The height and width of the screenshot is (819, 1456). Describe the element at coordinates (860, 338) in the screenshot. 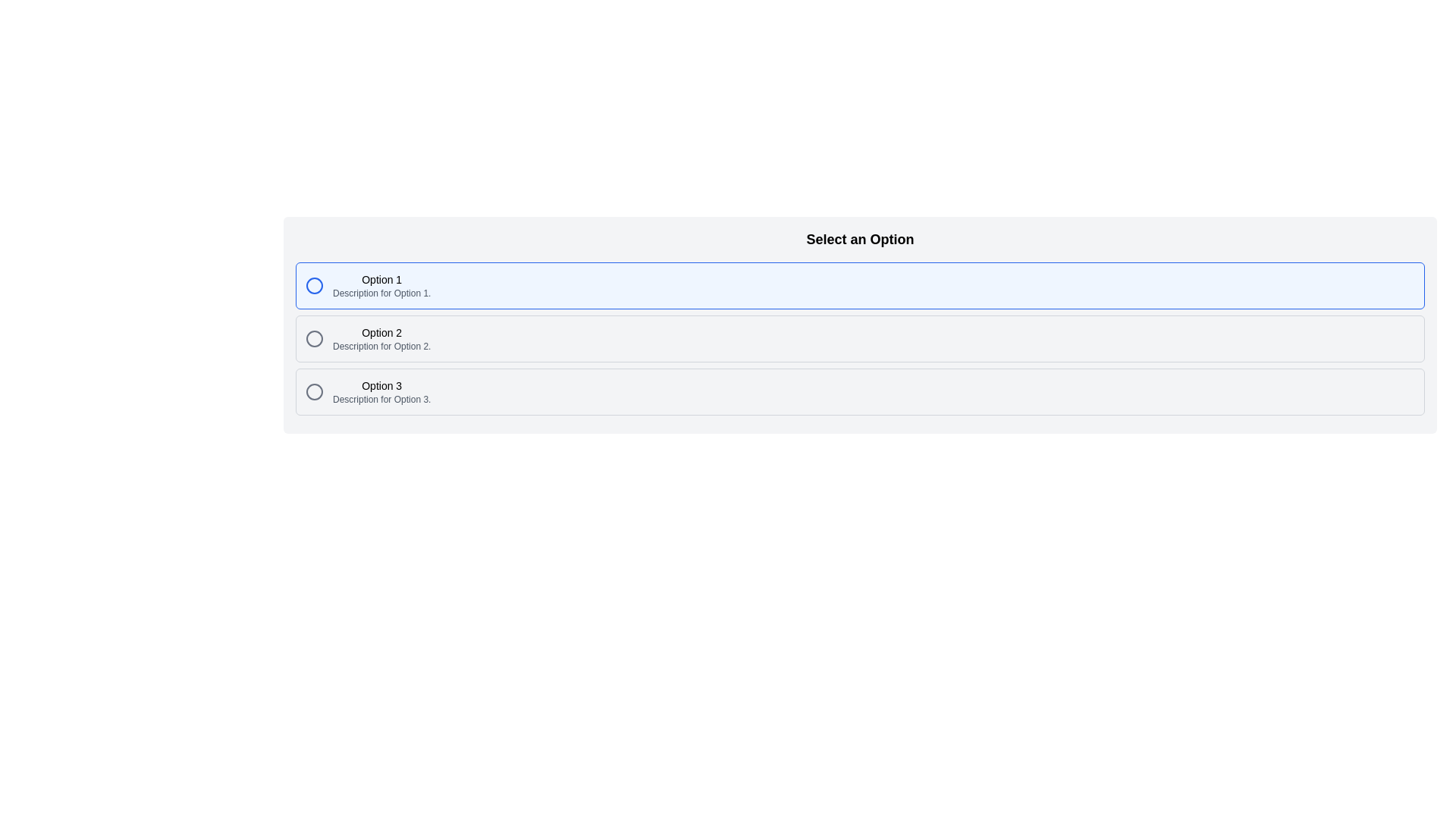

I see `the selectable option button labeled 'Option 2'` at that location.